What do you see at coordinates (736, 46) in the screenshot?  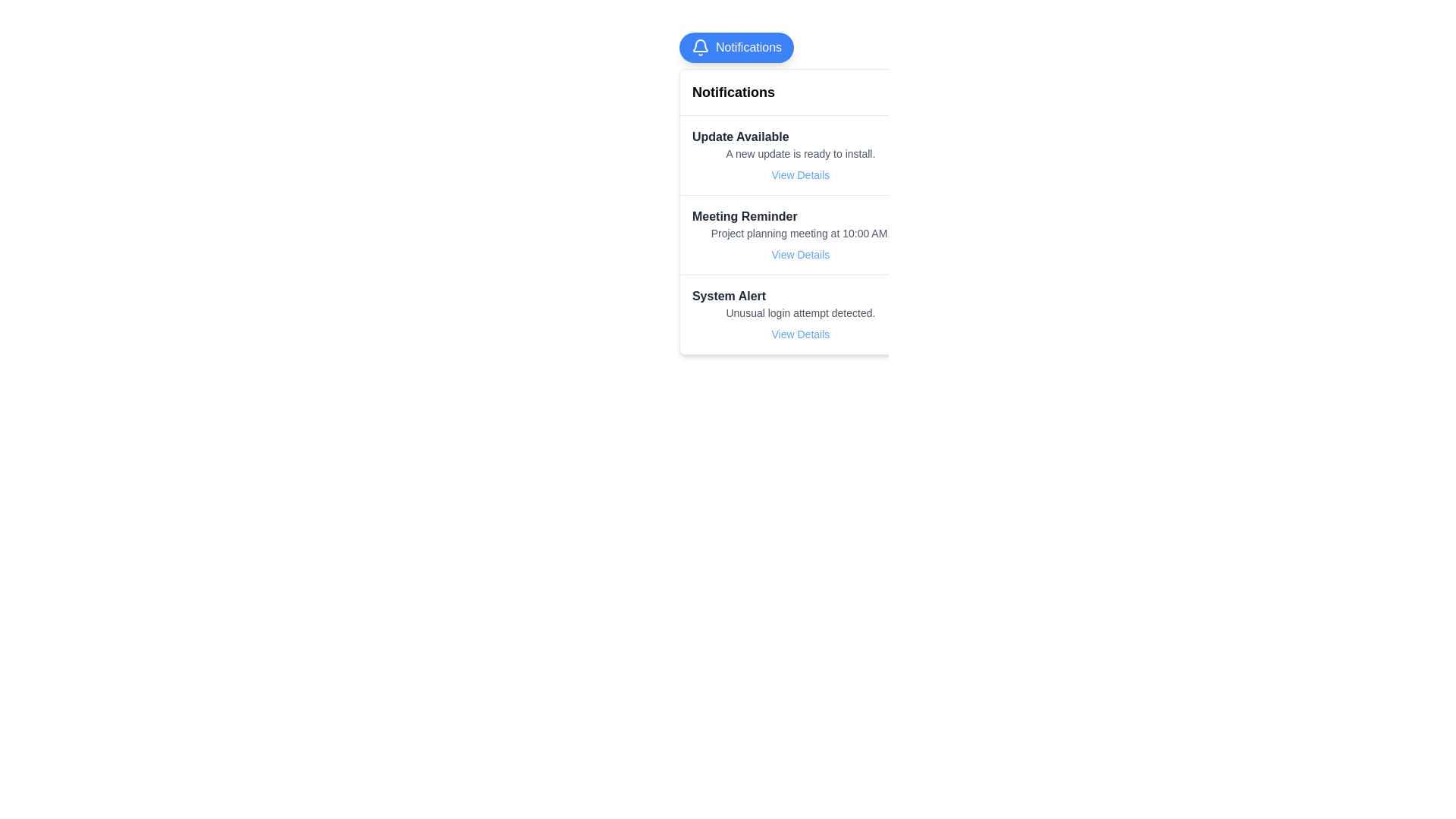 I see `the blue 'Notifications' button with a bell-shaped icon at the upper-left corner of the notification panel` at bounding box center [736, 46].